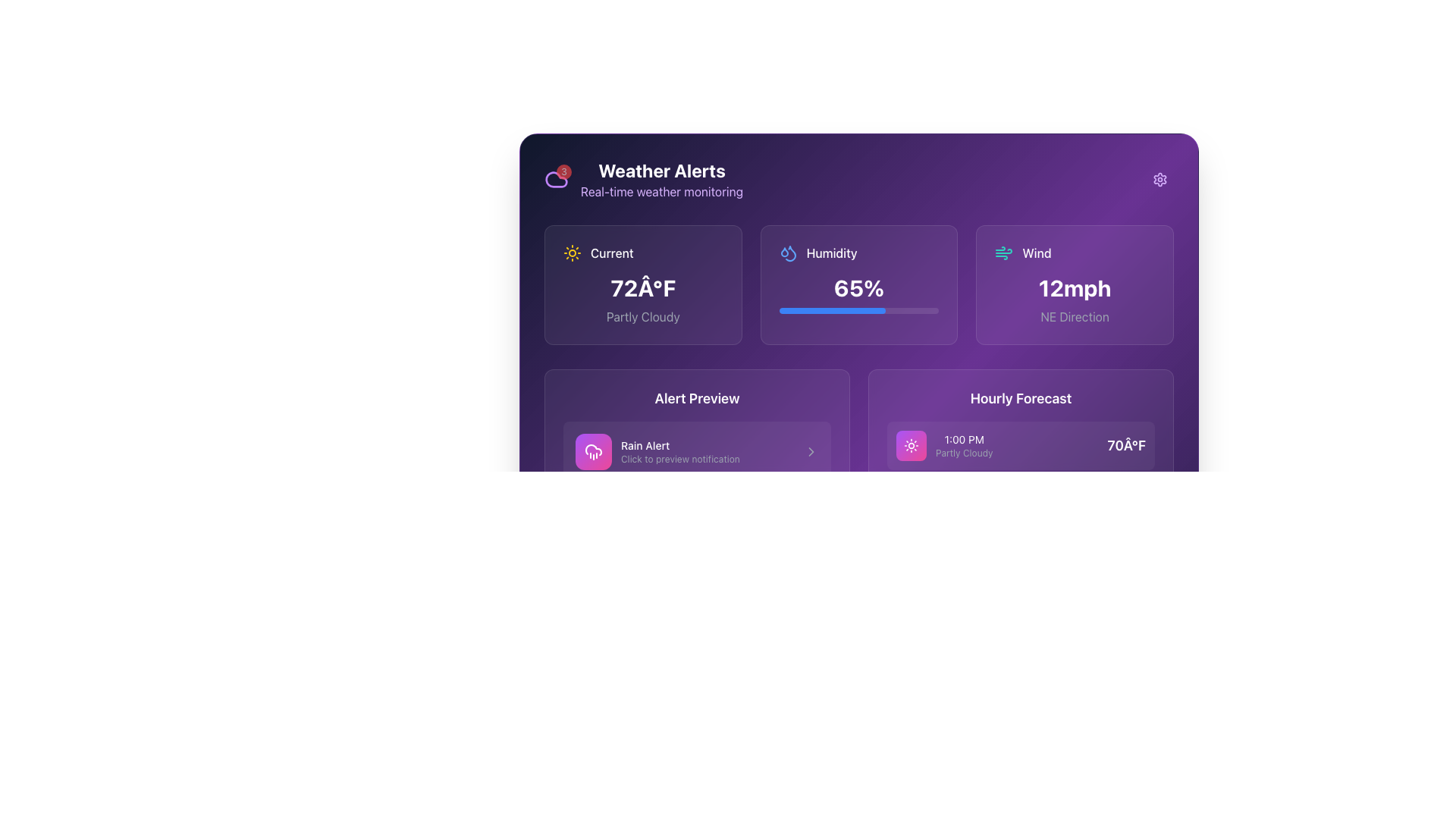 This screenshot has width=1456, height=819. Describe the element at coordinates (556, 178) in the screenshot. I see `the Notification Badge located in the 'Weather Alerts' section, which indicates three notifications related to weather` at that location.